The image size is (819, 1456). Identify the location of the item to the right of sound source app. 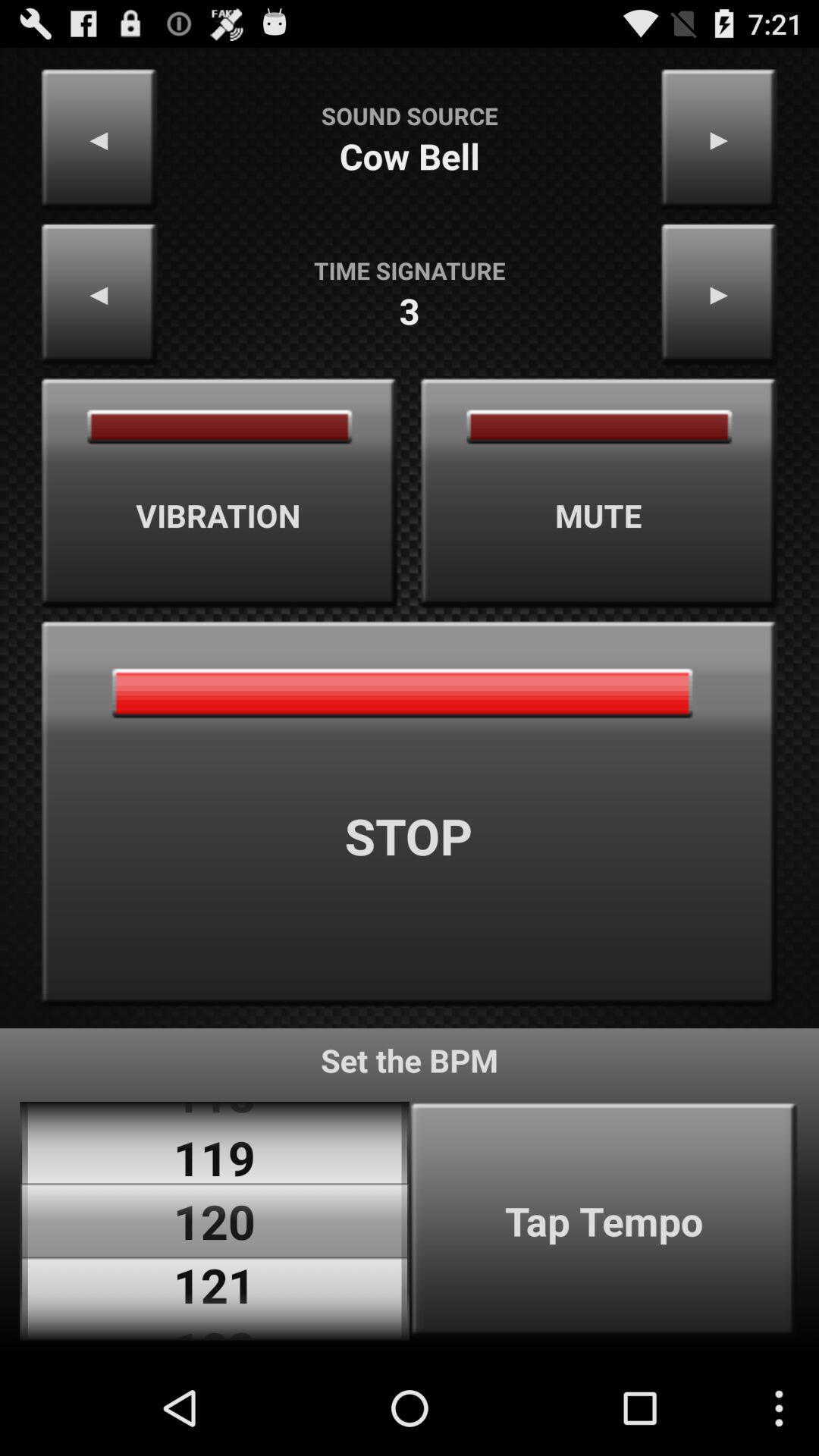
(718, 140).